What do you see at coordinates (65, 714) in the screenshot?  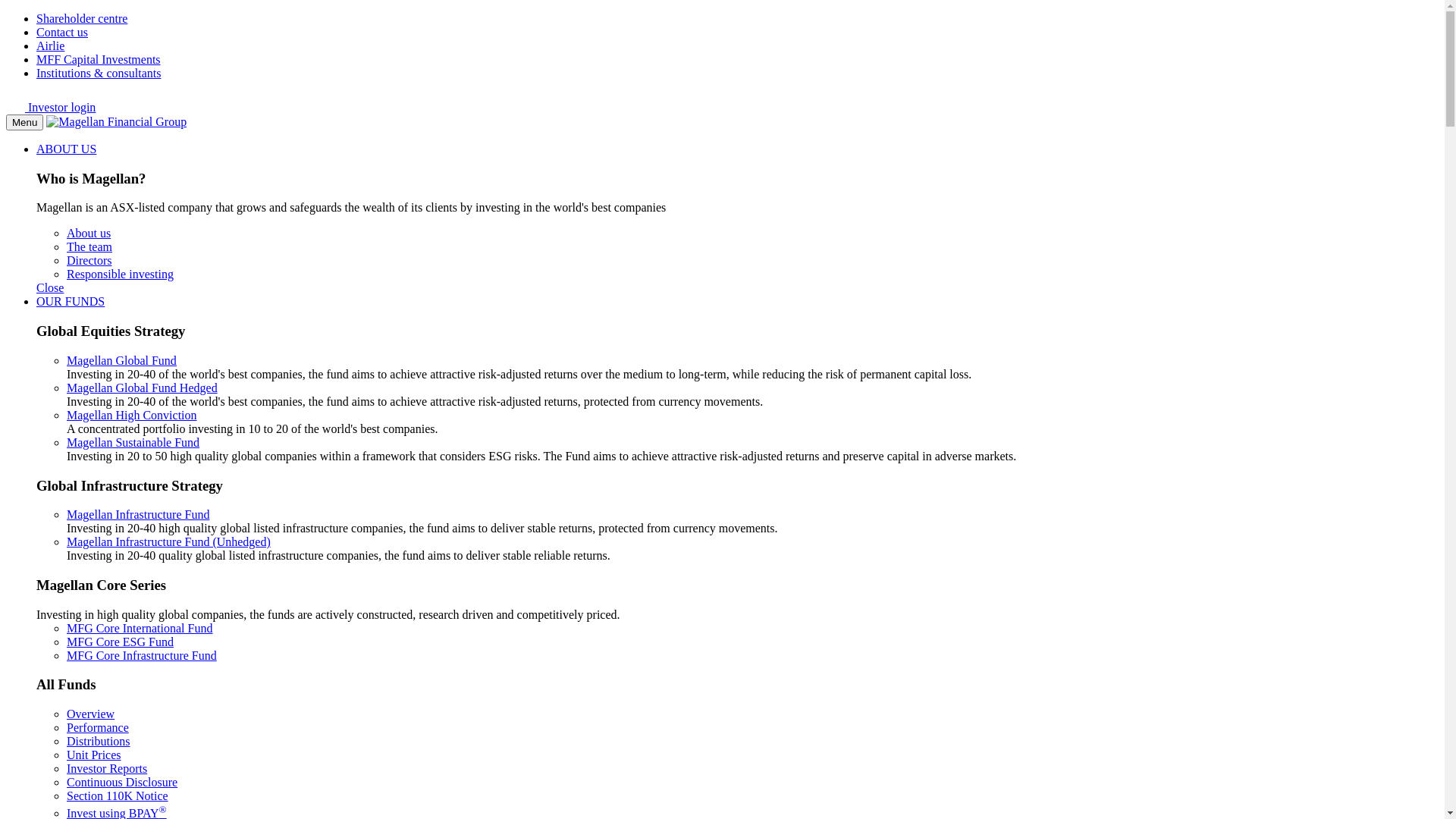 I see `'Overview'` at bounding box center [65, 714].